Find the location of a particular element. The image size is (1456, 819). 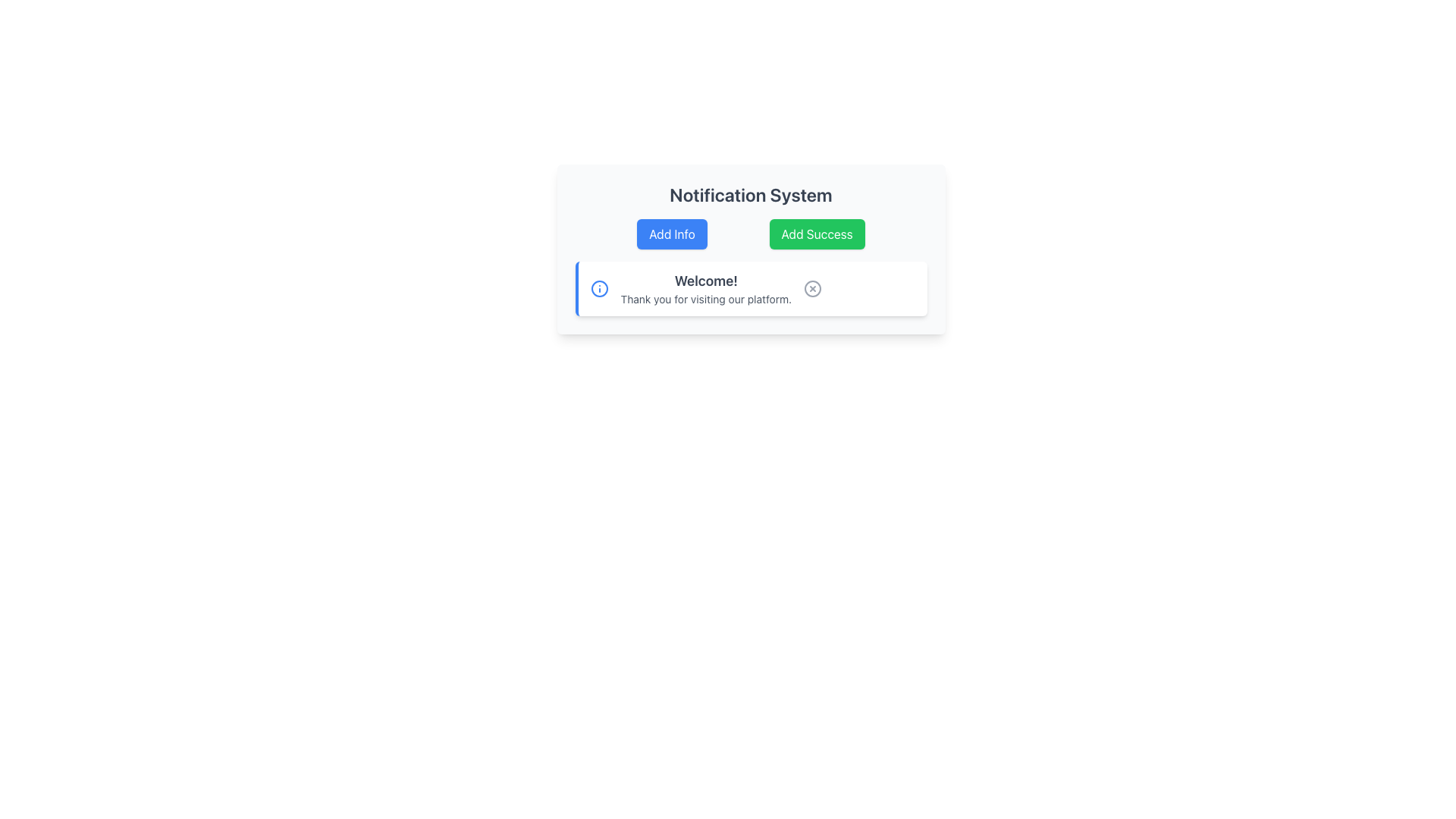

the close button icon located at the far right of the 'Welcome!' notification card to observe the color change is located at coordinates (812, 289).